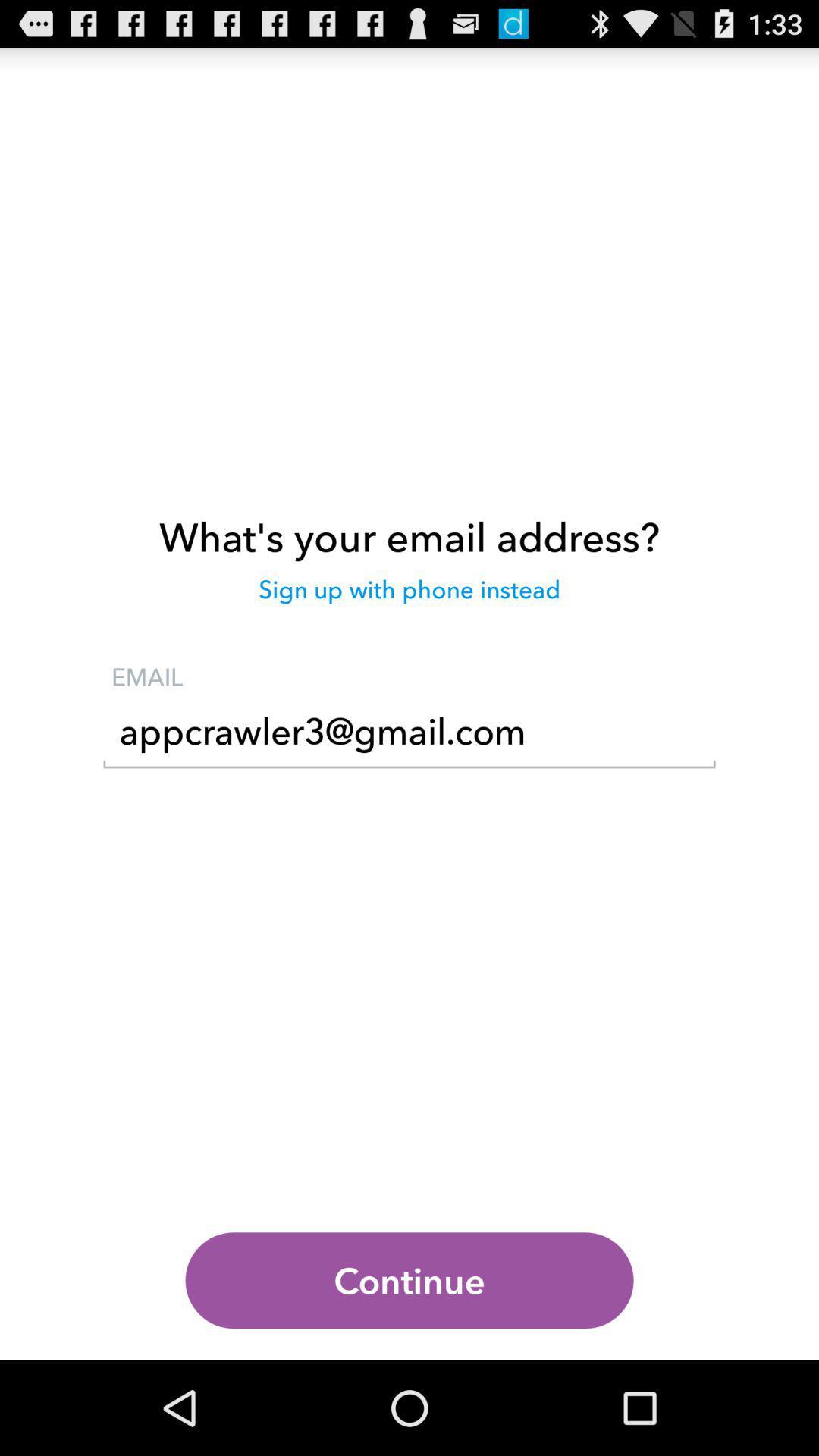 The height and width of the screenshot is (1456, 819). What do you see at coordinates (409, 596) in the screenshot?
I see `the icon below the what s your item` at bounding box center [409, 596].